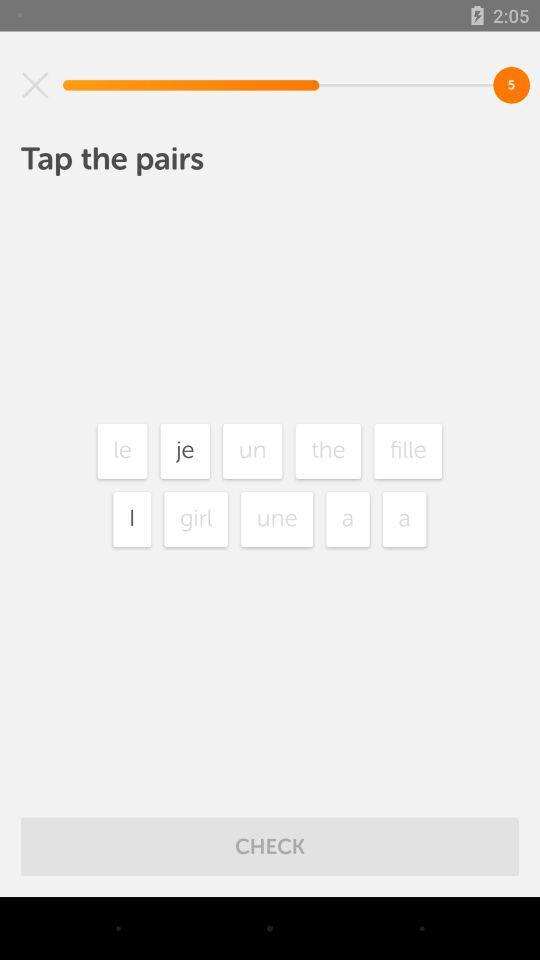 The width and height of the screenshot is (540, 960). What do you see at coordinates (132, 518) in the screenshot?
I see `icon next to girl icon` at bounding box center [132, 518].